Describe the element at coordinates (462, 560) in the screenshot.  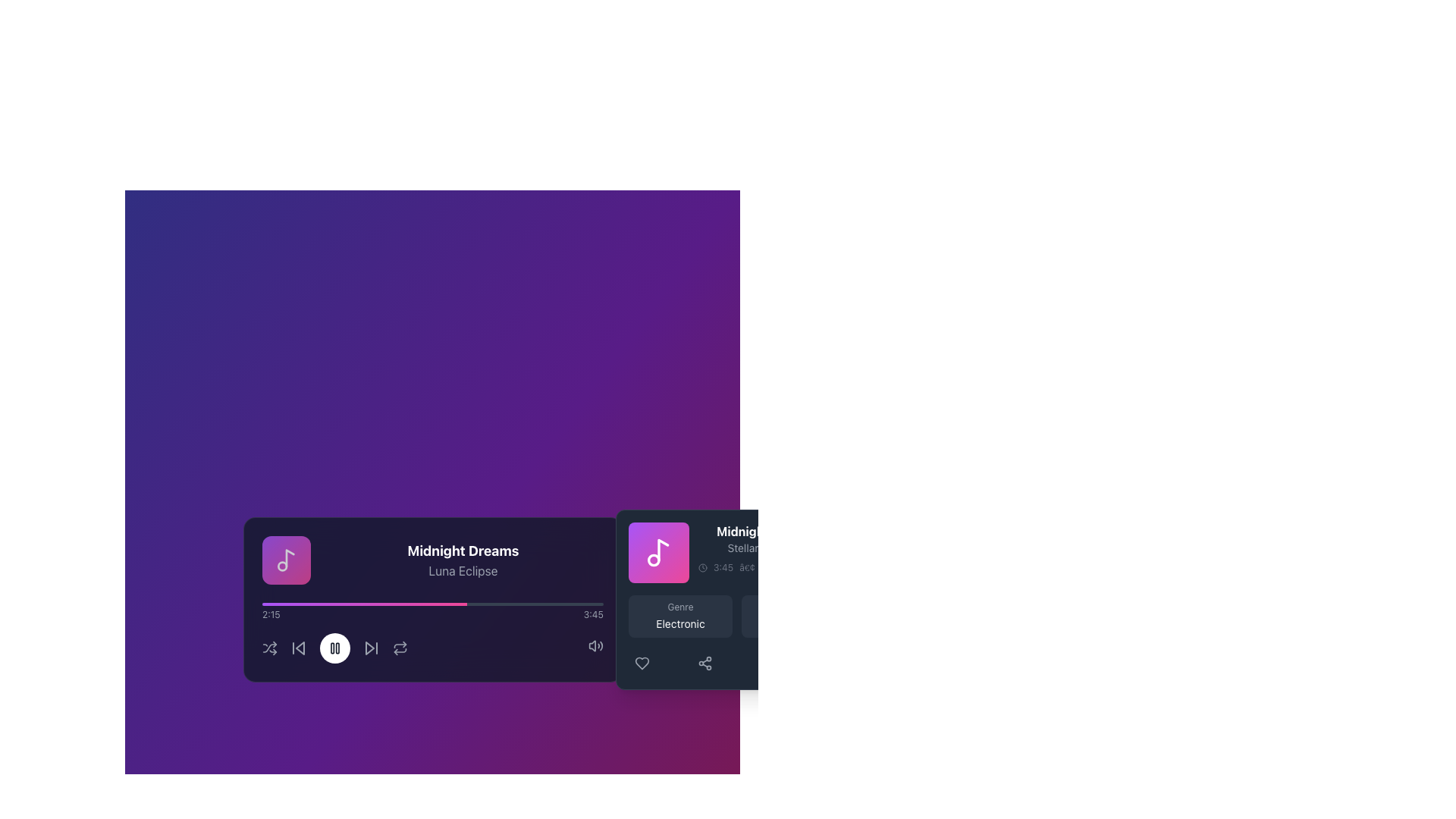
I see `information displayed in the Text block showing the media title 'Midnight Dreams' and artist name 'Luna Eclipse' located in the media player interface, positioned centrally among sibling elements` at that location.